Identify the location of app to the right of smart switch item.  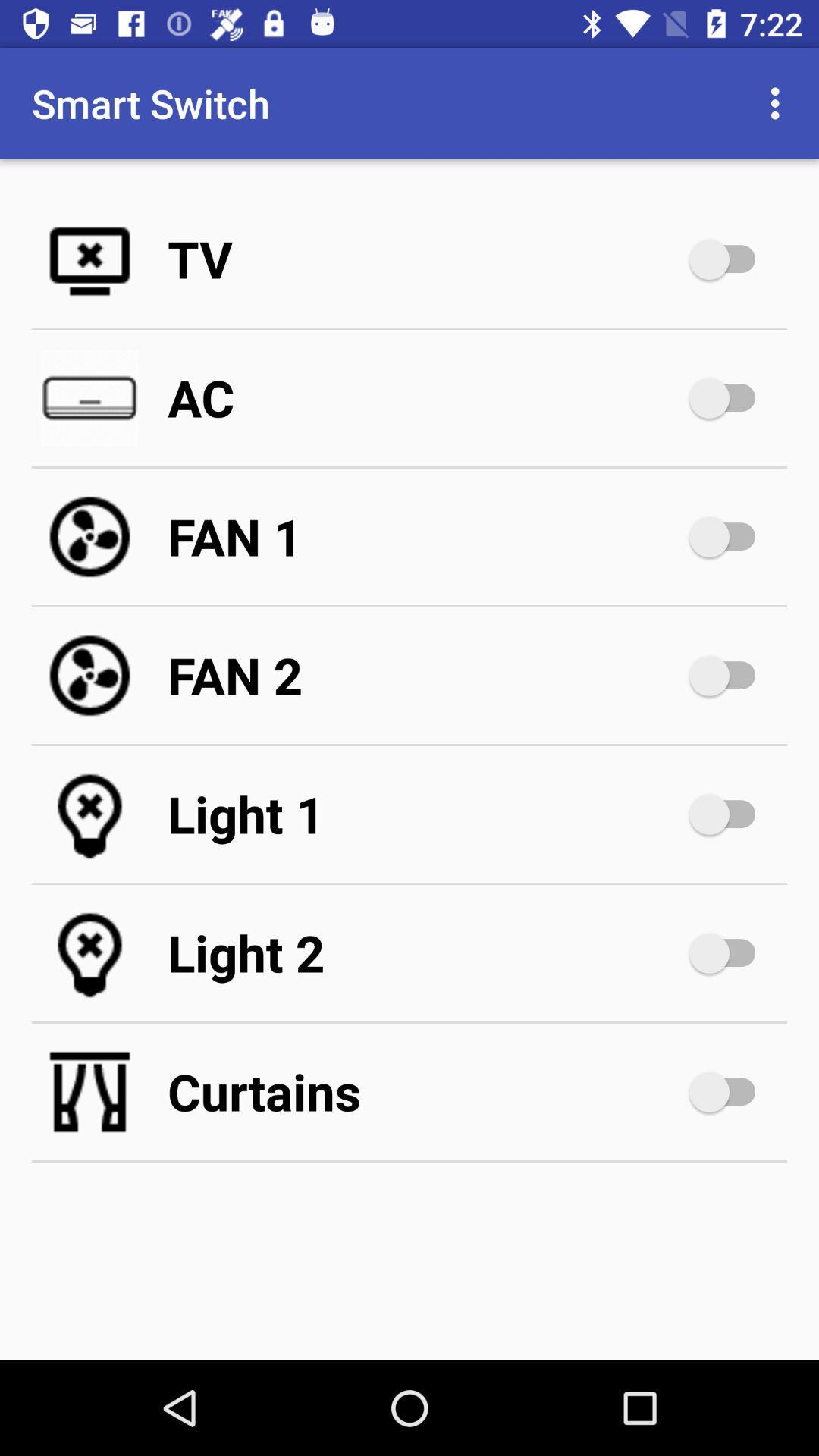
(779, 102).